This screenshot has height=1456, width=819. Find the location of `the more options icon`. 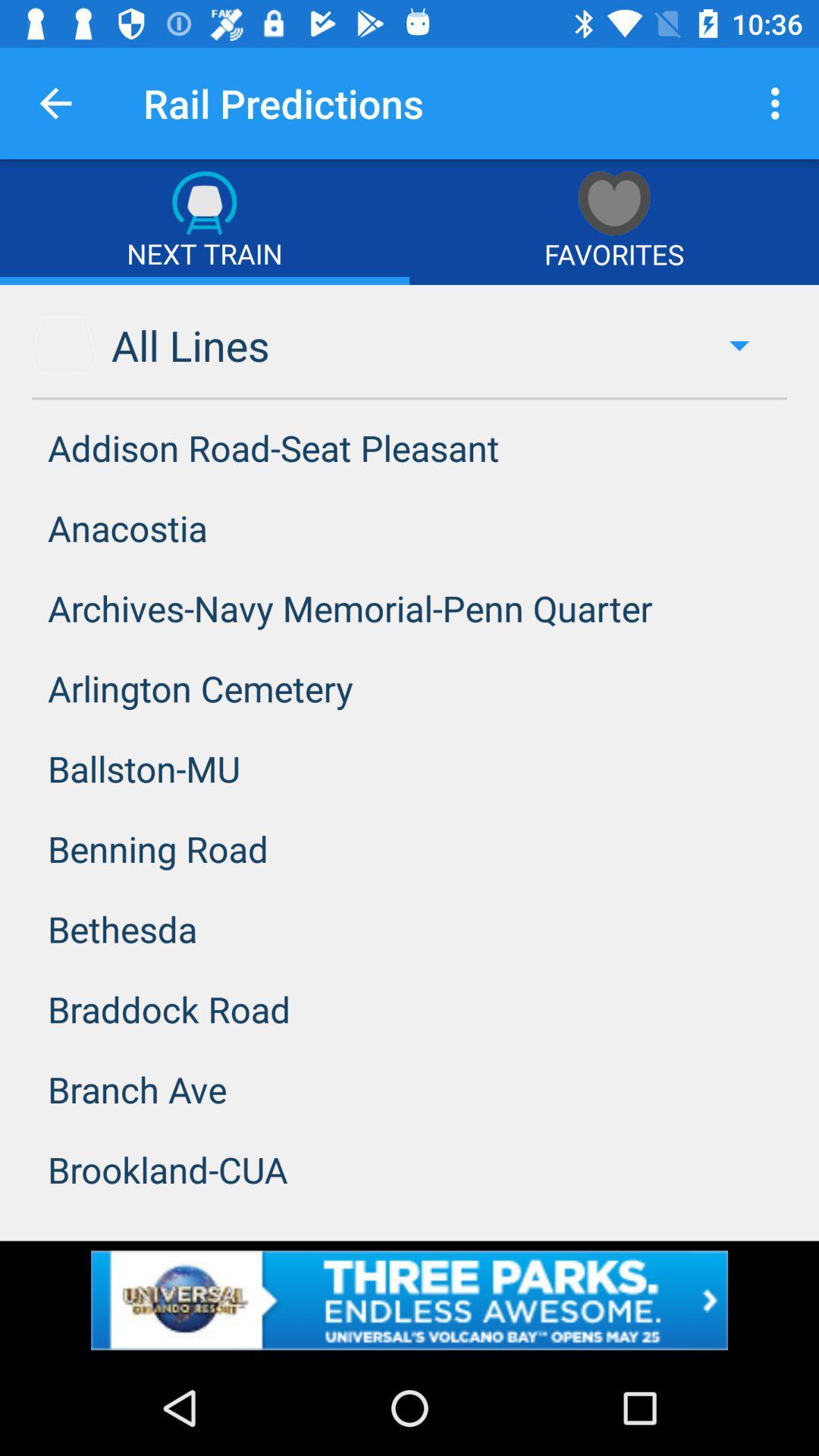

the more options icon is located at coordinates (779, 103).